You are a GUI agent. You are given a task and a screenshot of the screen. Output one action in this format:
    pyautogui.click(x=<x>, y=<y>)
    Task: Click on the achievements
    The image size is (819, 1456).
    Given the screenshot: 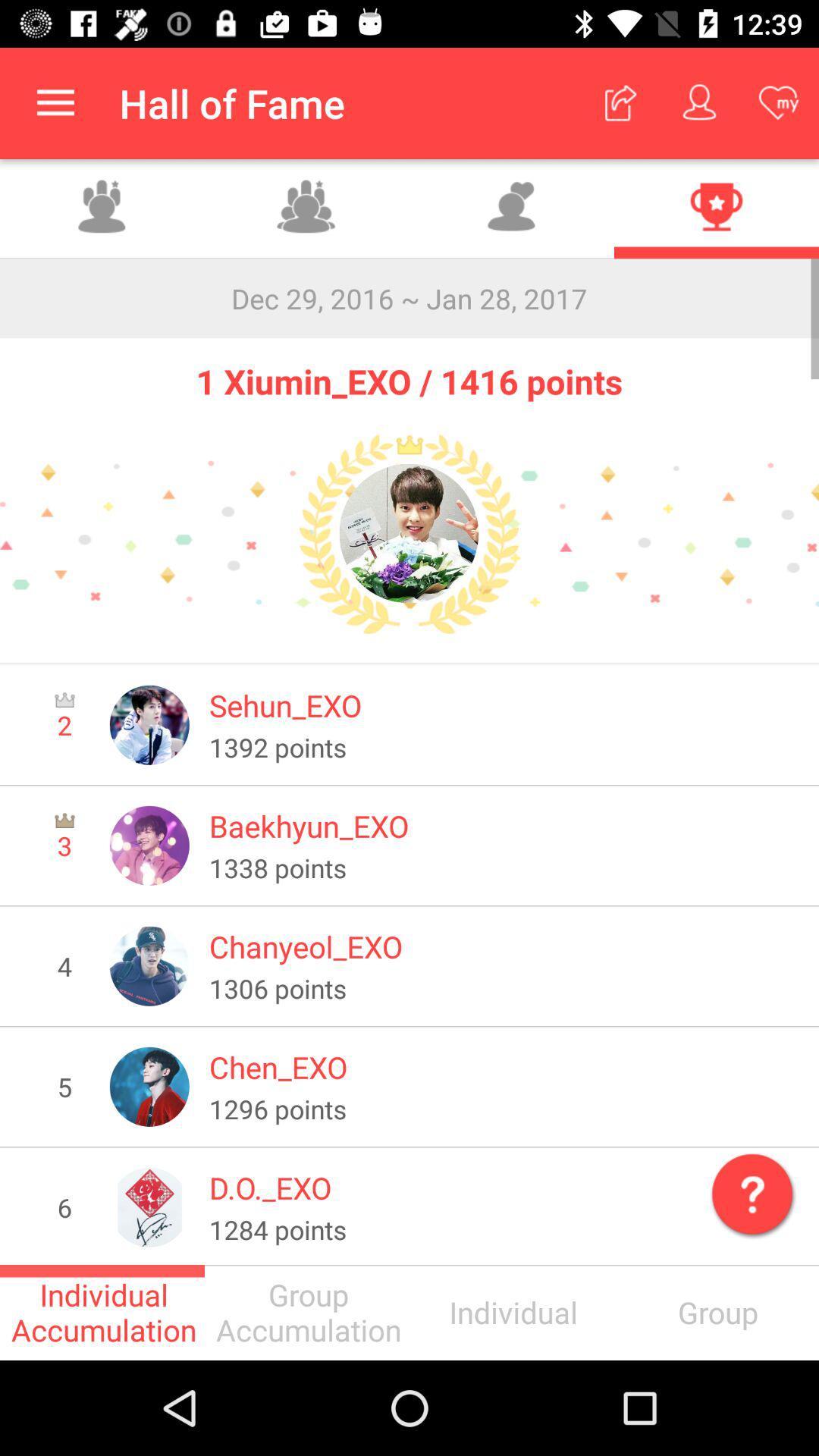 What is the action you would take?
    pyautogui.click(x=717, y=208)
    